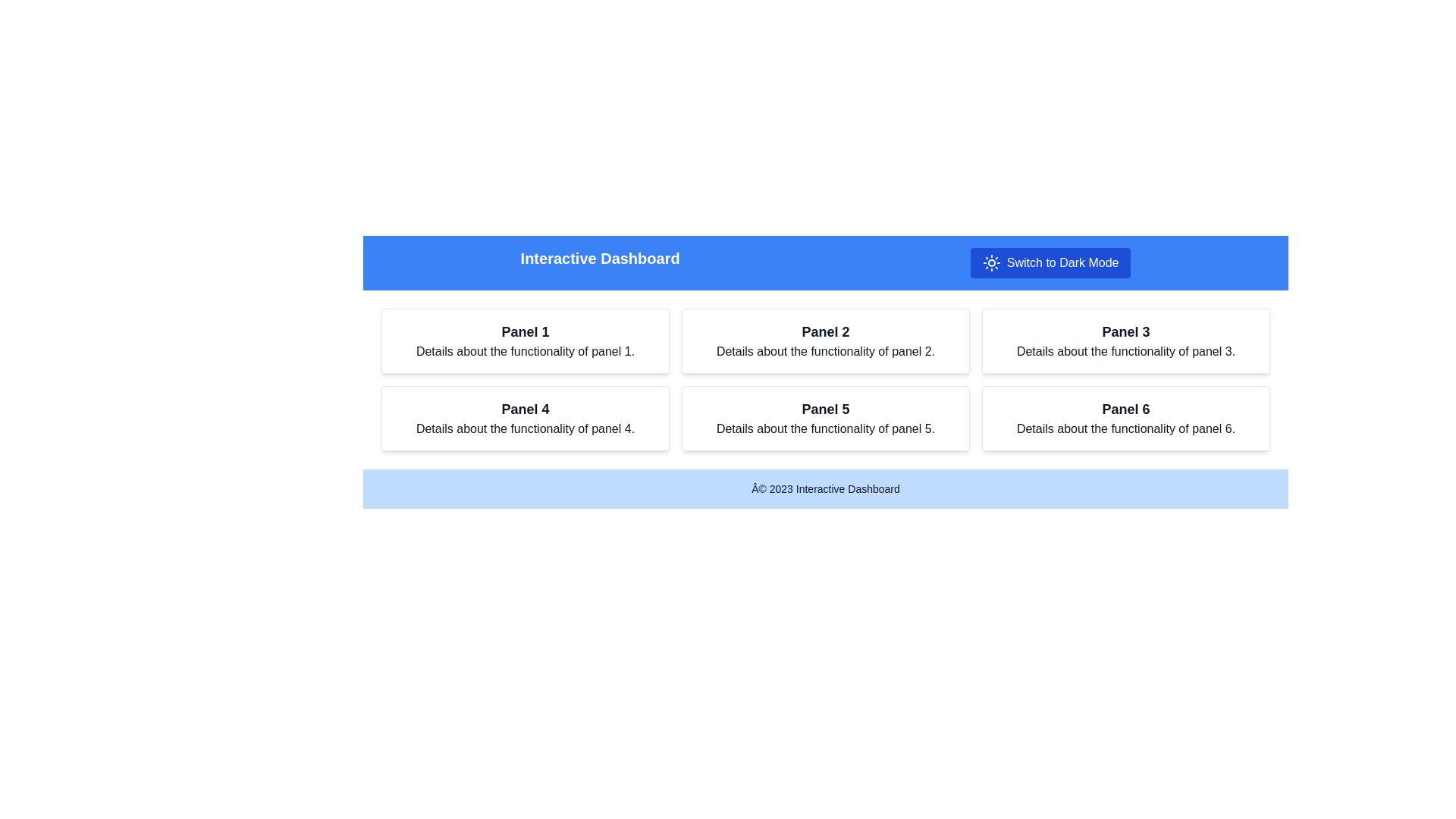  Describe the element at coordinates (525, 409) in the screenshot. I see `the static text that serves as the title of the panel, which is centered horizontally in the second row of panels` at that location.